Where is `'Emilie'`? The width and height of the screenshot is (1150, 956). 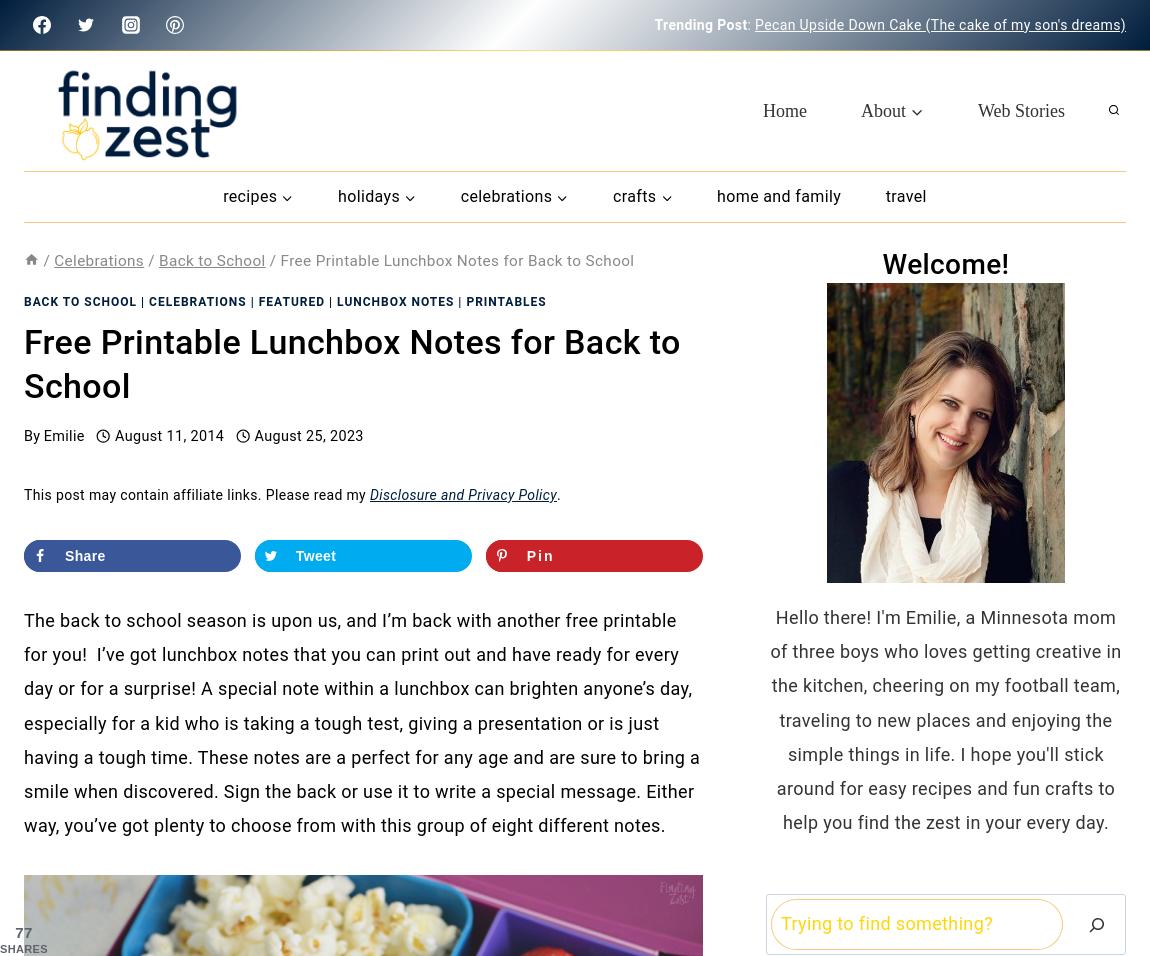
'Emilie' is located at coordinates (62, 435).